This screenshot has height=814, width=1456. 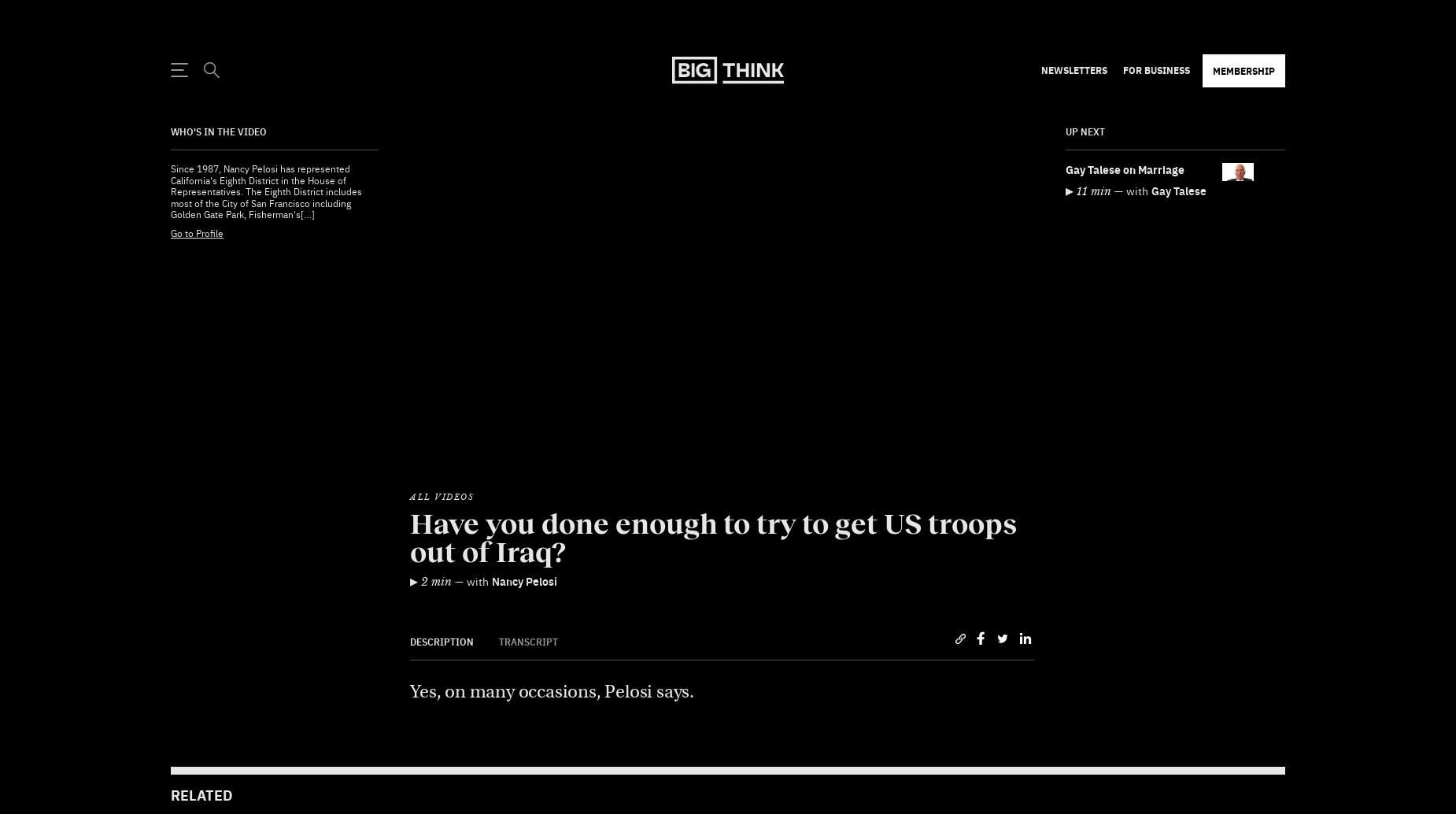 I want to click on 'Nancy Pelosi', so click(x=491, y=542).